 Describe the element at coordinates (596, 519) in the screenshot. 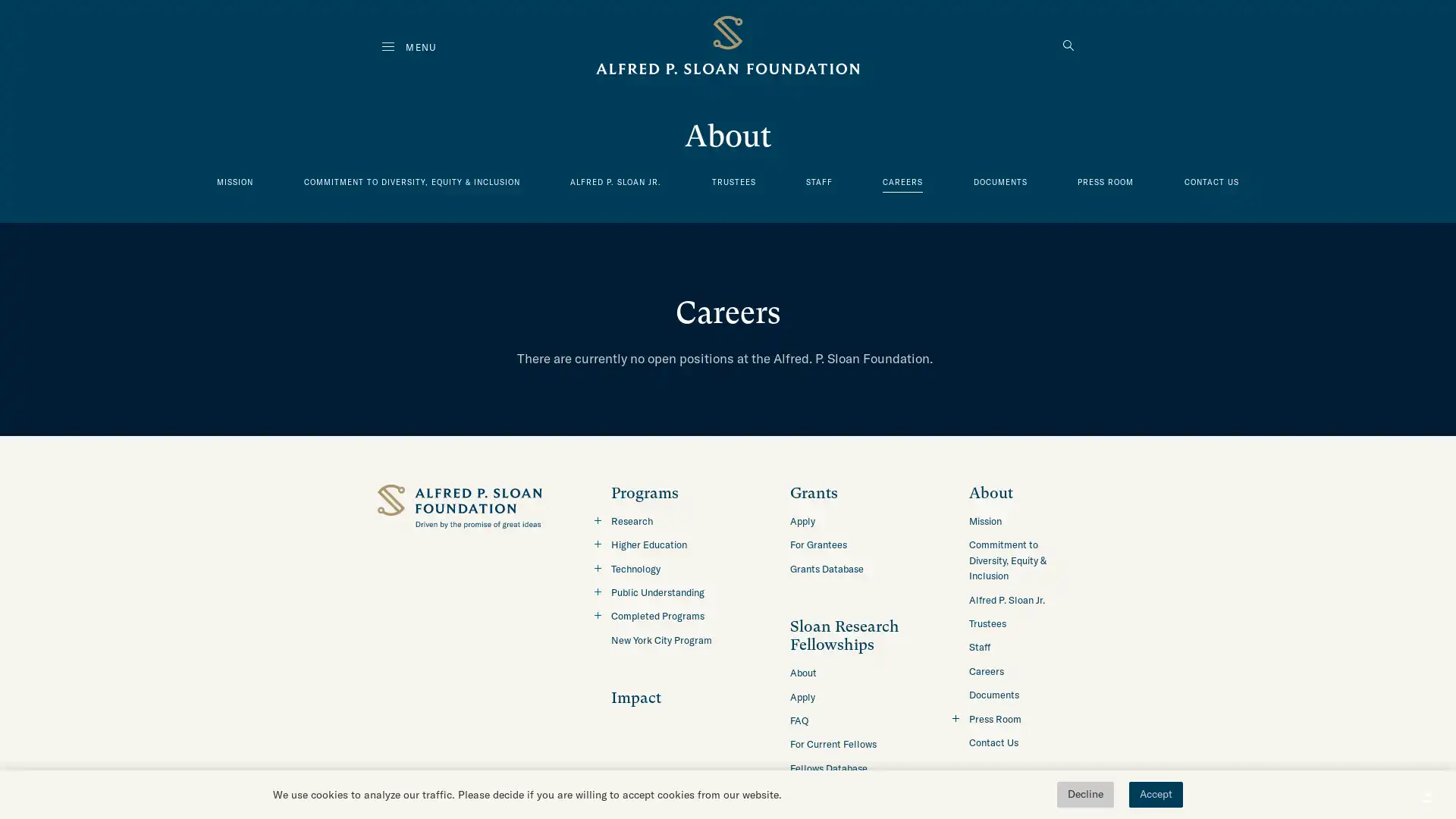

I see `Click to expand this navigation menu` at that location.